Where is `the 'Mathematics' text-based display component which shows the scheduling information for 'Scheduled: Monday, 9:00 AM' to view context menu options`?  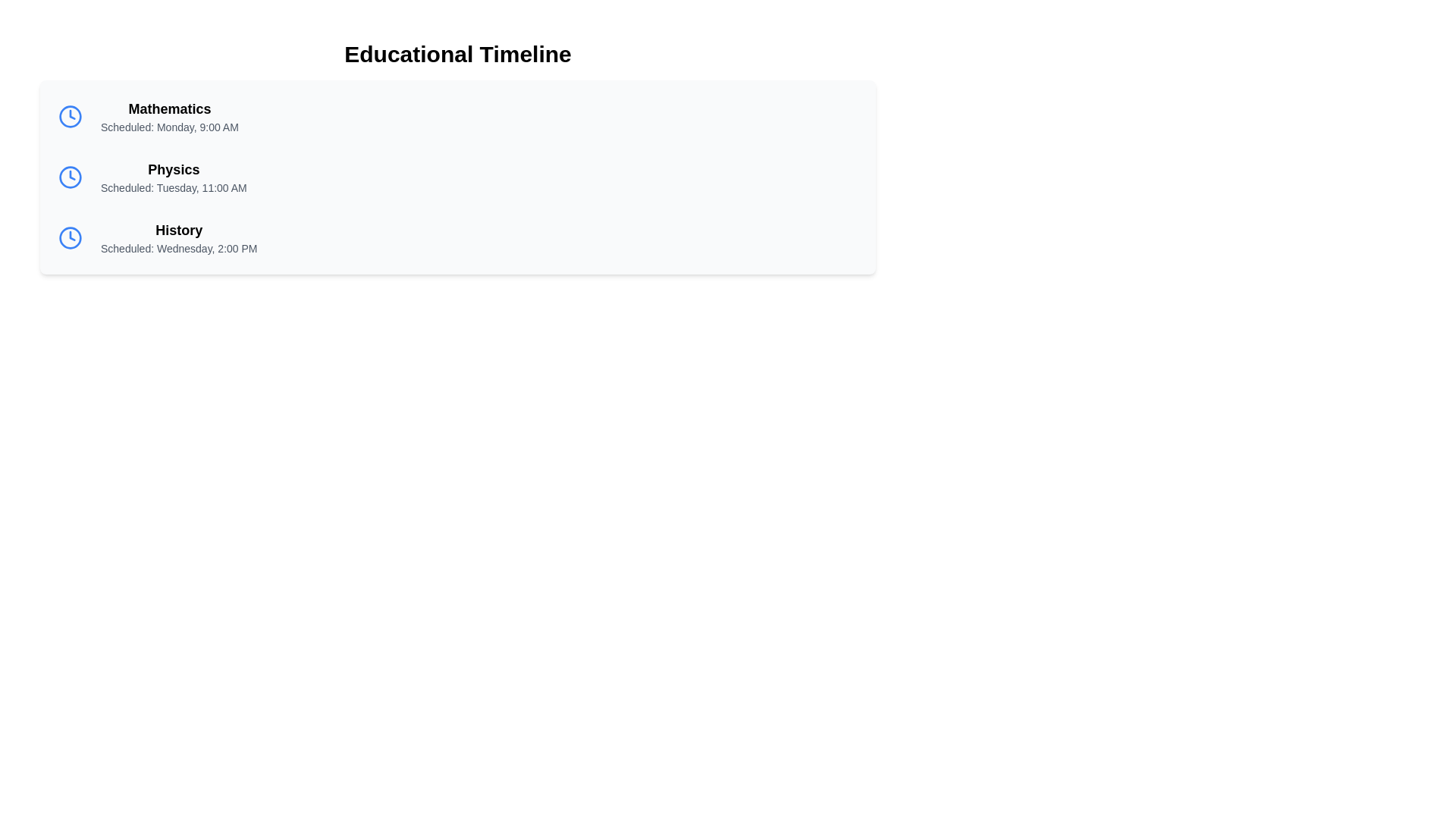 the 'Mathematics' text-based display component which shows the scheduling information for 'Scheduled: Monday, 9:00 AM' to view context menu options is located at coordinates (169, 116).